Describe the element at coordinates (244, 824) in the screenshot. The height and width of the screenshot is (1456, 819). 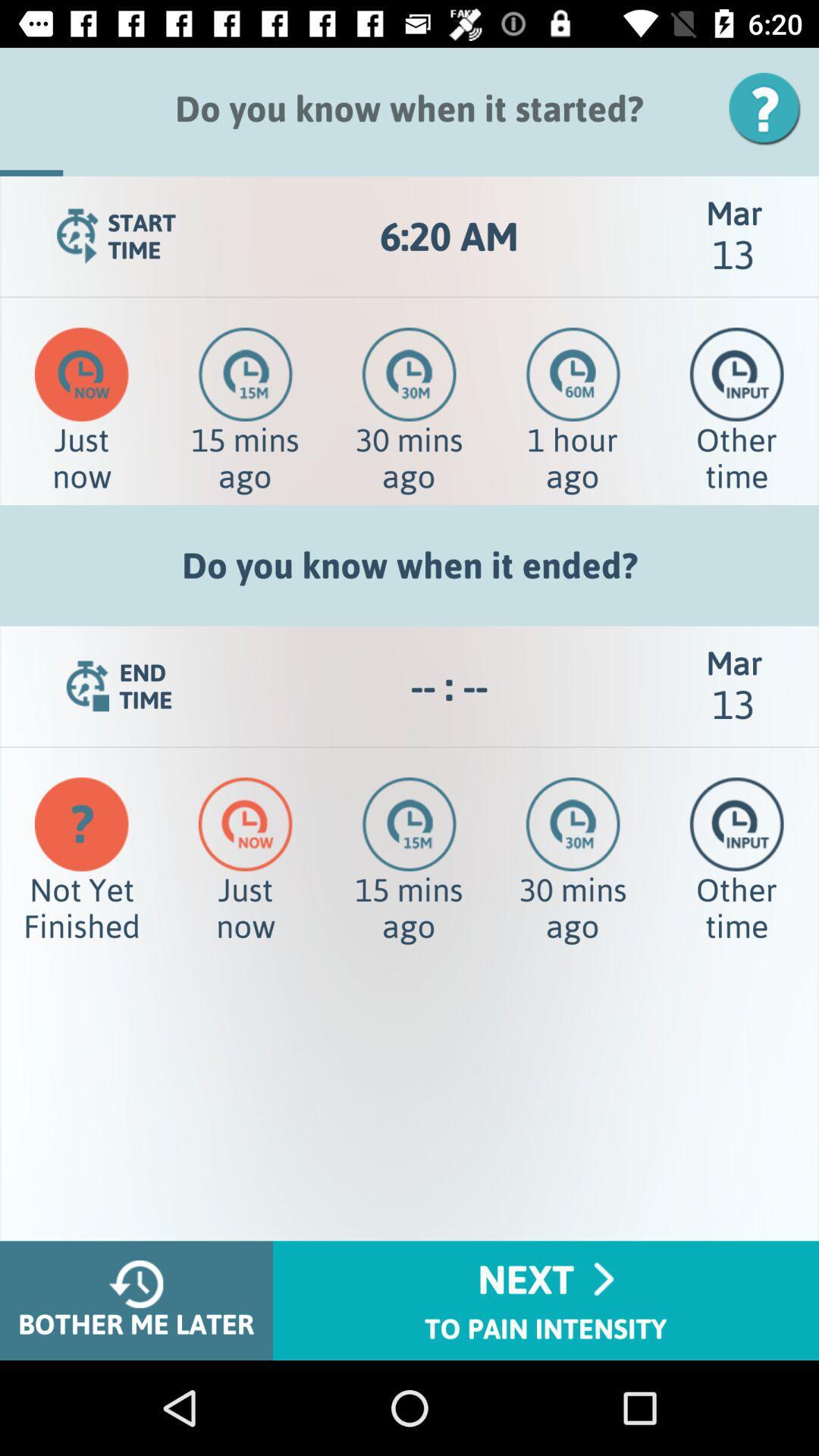
I see `the time icon` at that location.